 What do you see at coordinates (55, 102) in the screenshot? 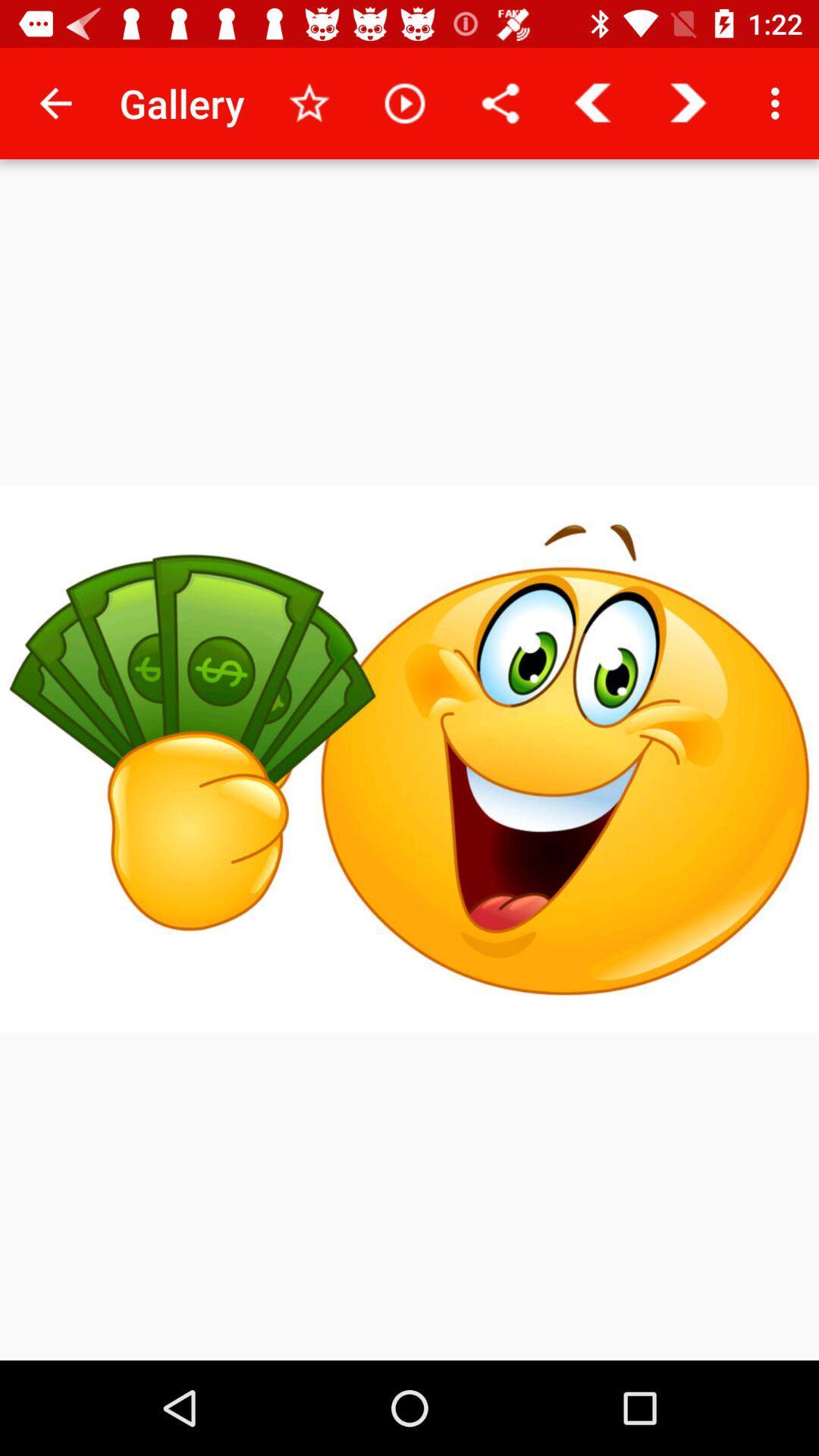
I see `the icon to the left of gallery item` at bounding box center [55, 102].